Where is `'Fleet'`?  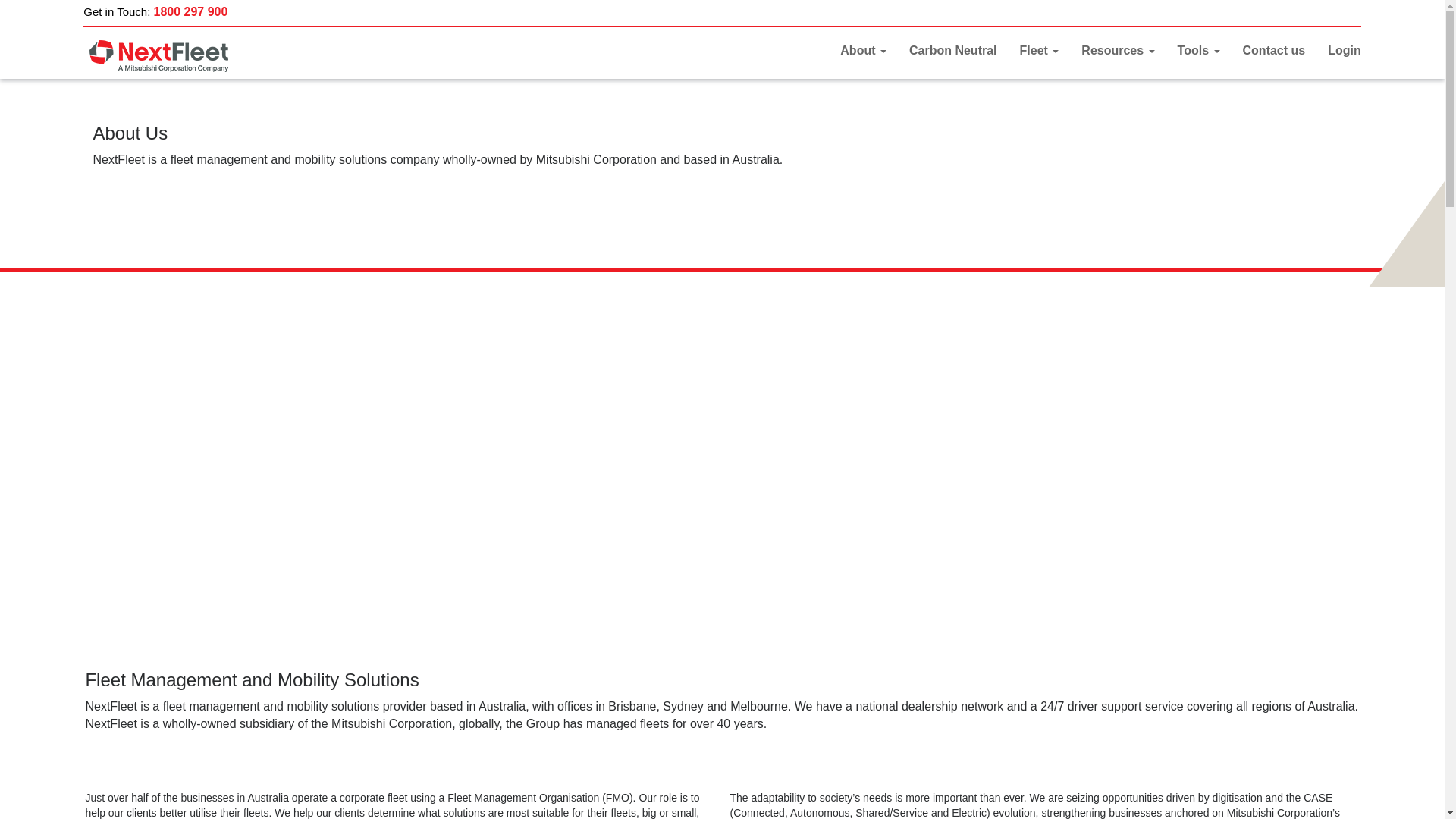 'Fleet' is located at coordinates (1039, 49).